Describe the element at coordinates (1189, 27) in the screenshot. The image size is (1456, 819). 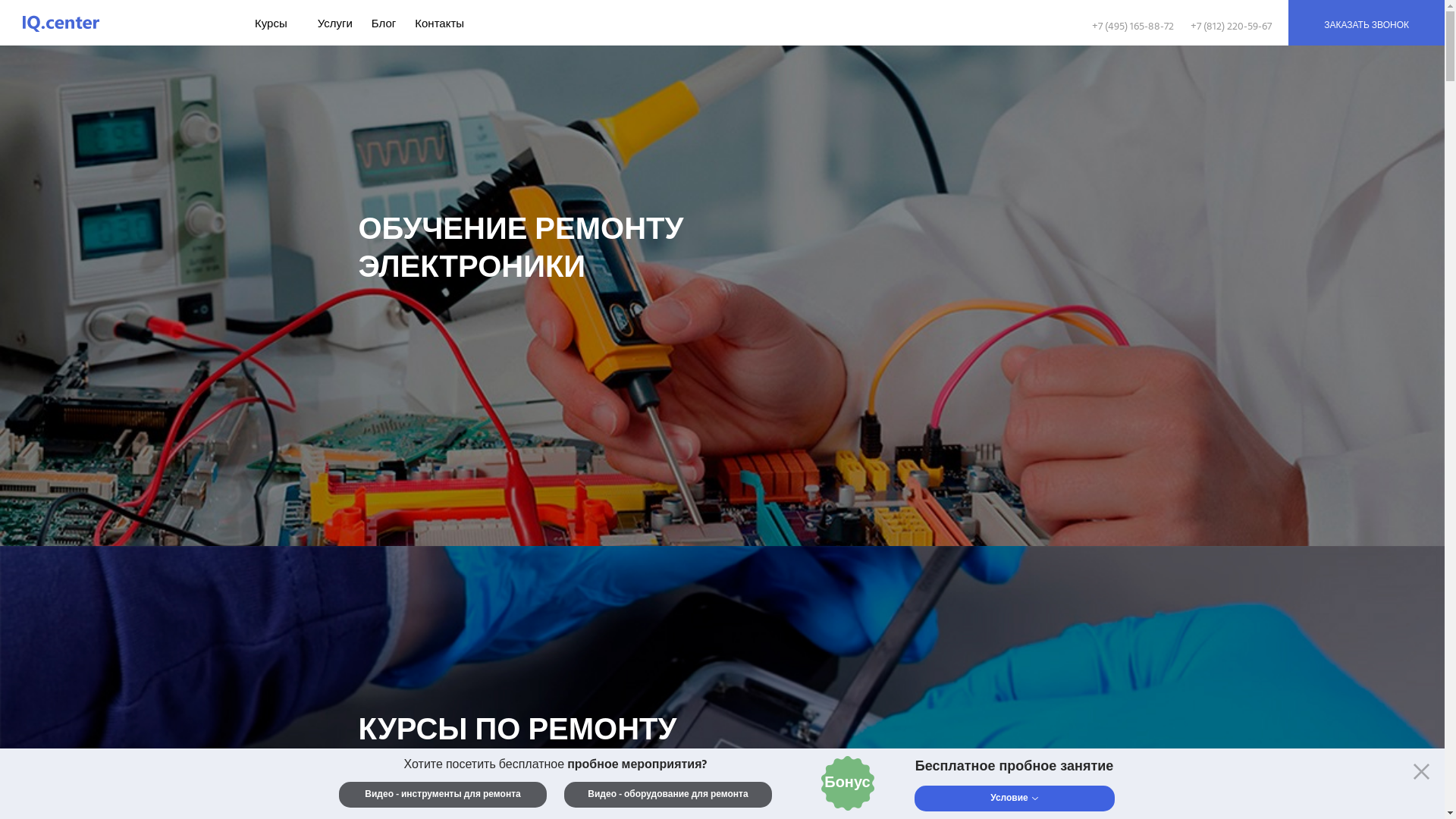
I see `'+7 (812) 220-59-67'` at that location.